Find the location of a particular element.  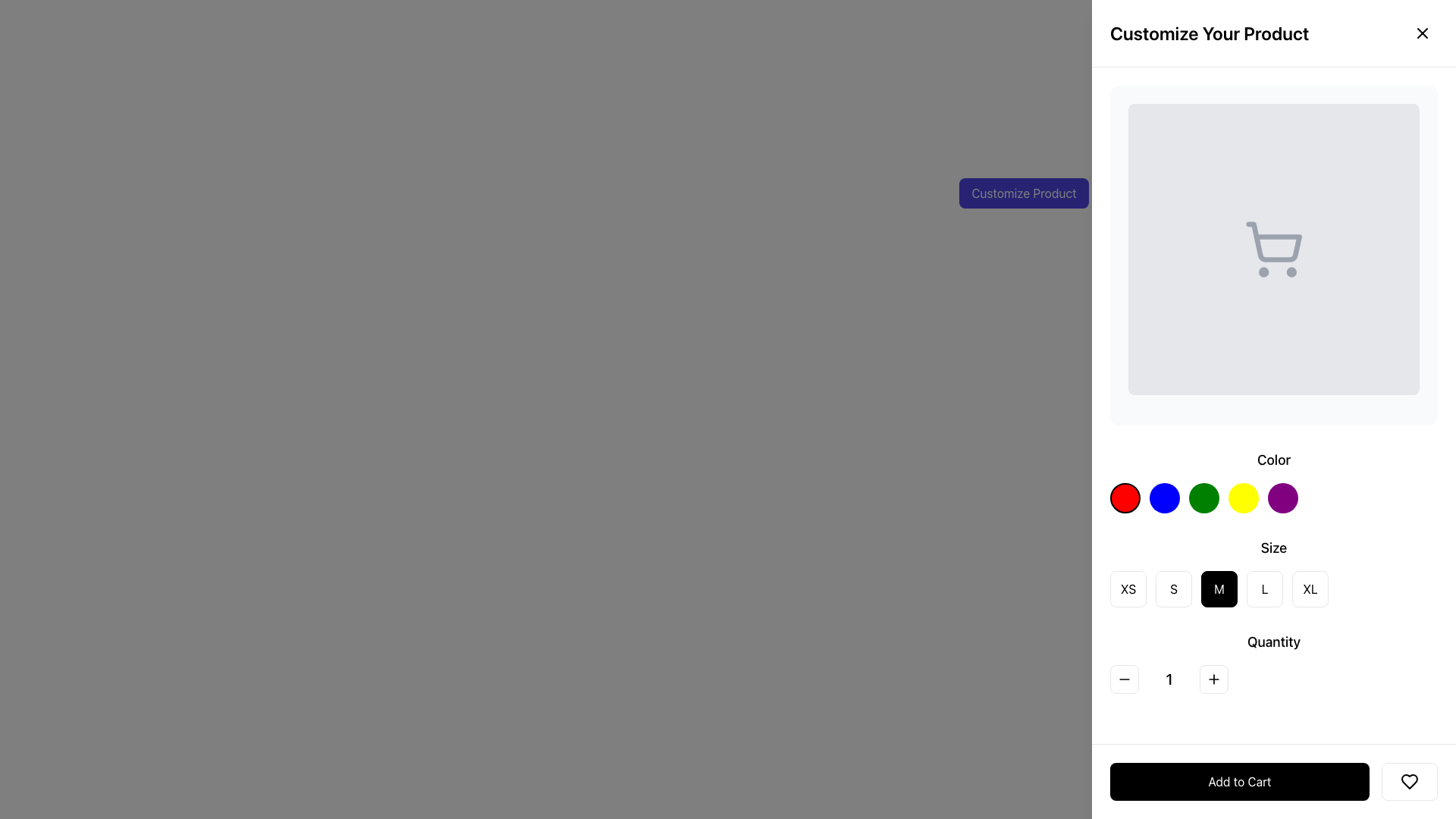

the shopping cart icon, which is a simplistic line art style element located within the 'Customize Your Product' interface, centered in the preview box at the top of the right panel is located at coordinates (1274, 241).